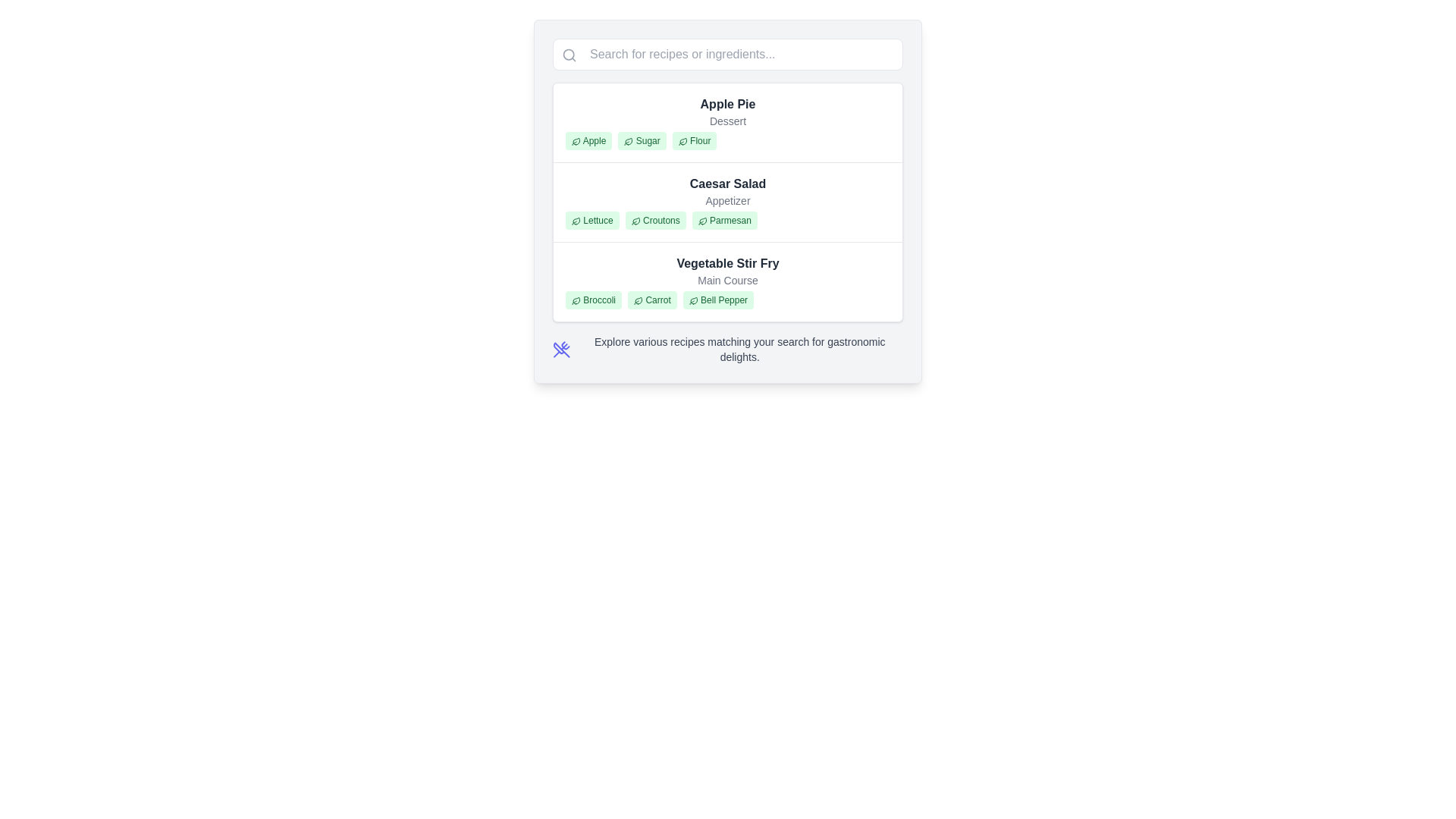 This screenshot has width=1456, height=819. What do you see at coordinates (728, 184) in the screenshot?
I see `the title text 'Caesar Salad', which is the first item in the recipe list and serves as a quick identifier for users, positioned above the subtitle 'Appetizer'` at bounding box center [728, 184].